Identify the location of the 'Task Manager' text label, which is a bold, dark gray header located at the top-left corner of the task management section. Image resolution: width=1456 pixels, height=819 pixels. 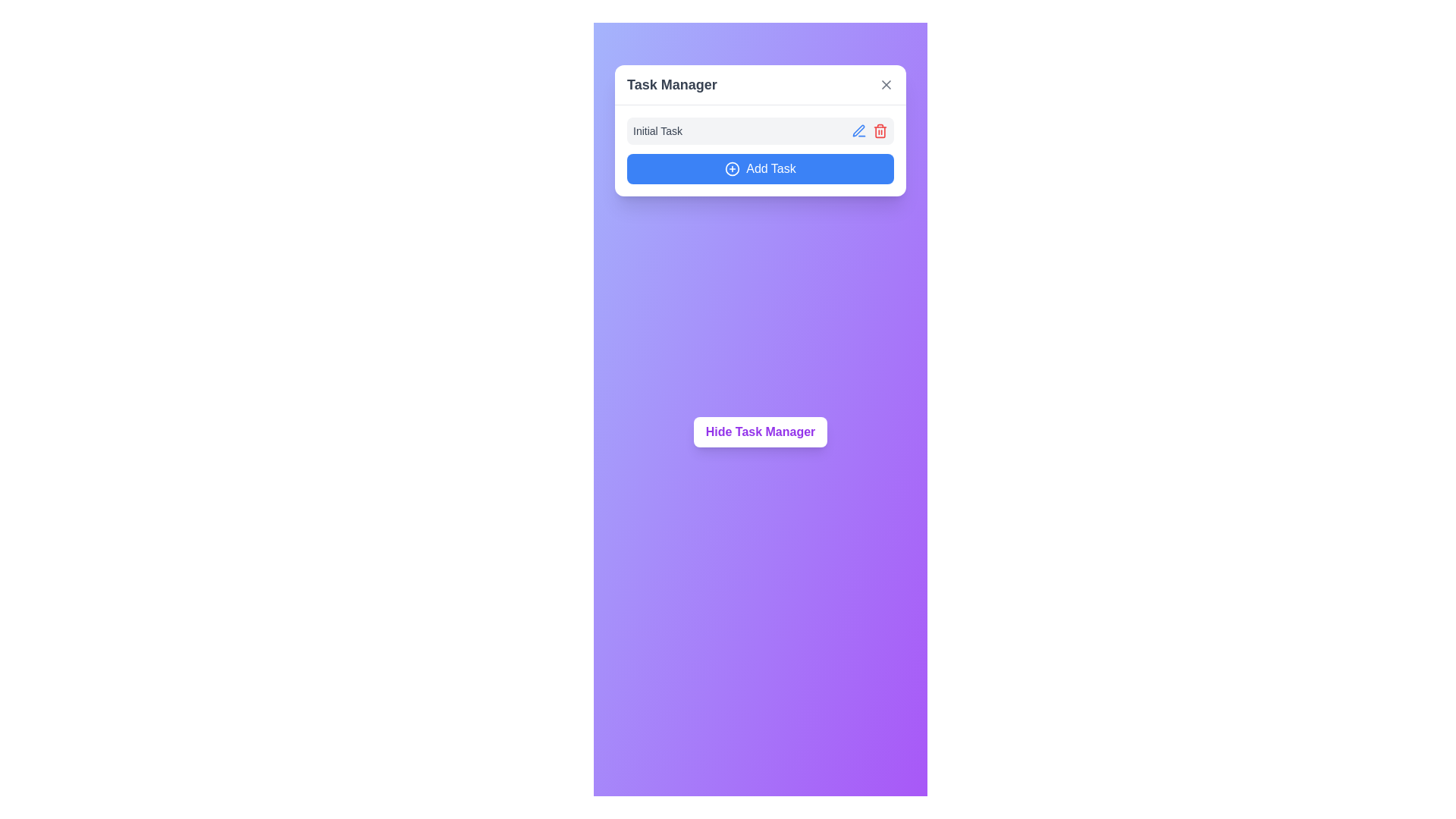
(671, 84).